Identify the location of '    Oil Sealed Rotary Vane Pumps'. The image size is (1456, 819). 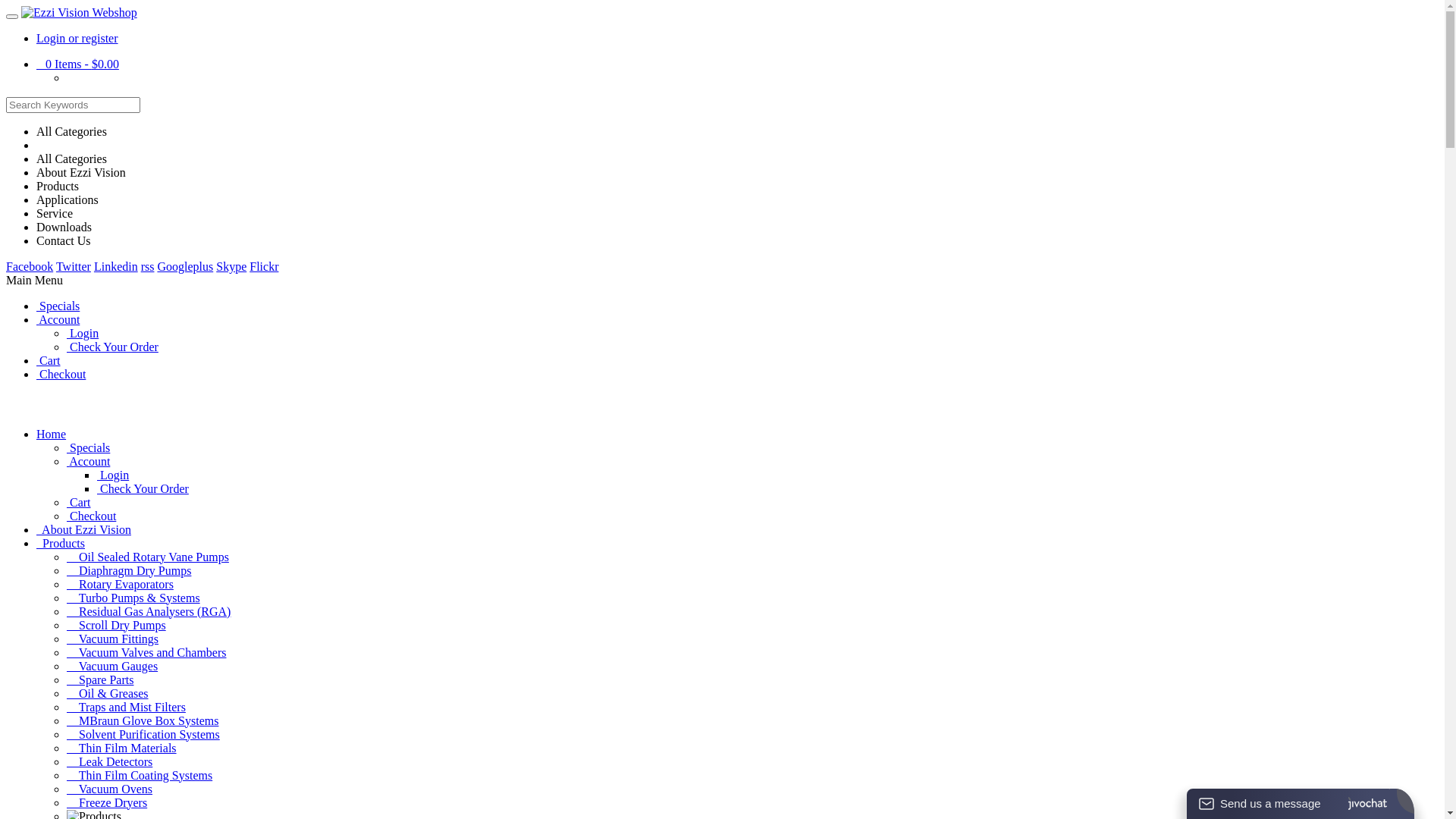
(148, 557).